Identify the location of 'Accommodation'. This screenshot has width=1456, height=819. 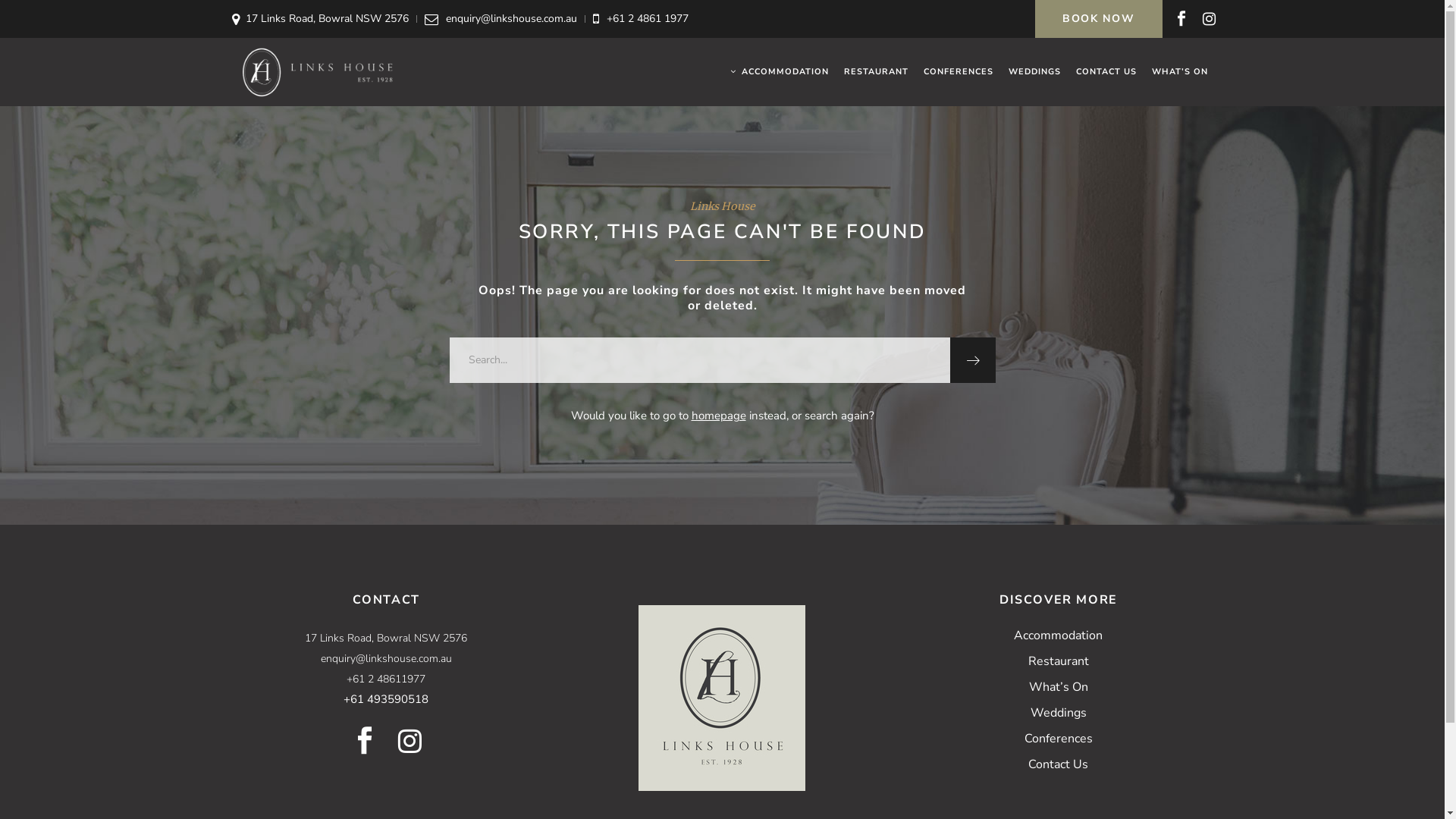
(1057, 635).